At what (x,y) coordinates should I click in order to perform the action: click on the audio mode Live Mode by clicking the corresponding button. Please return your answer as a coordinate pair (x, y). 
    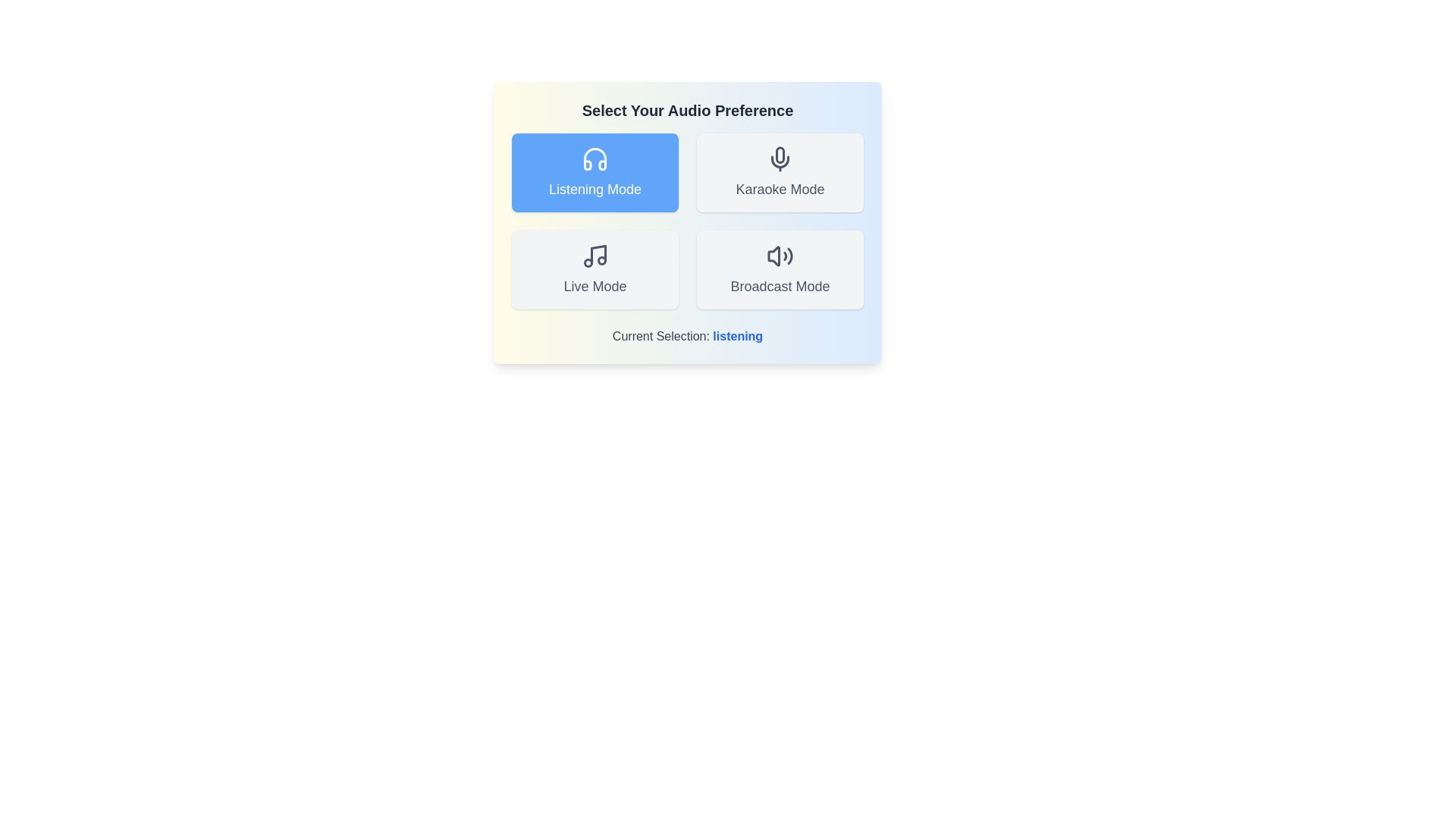
    Looking at the image, I should click on (595, 268).